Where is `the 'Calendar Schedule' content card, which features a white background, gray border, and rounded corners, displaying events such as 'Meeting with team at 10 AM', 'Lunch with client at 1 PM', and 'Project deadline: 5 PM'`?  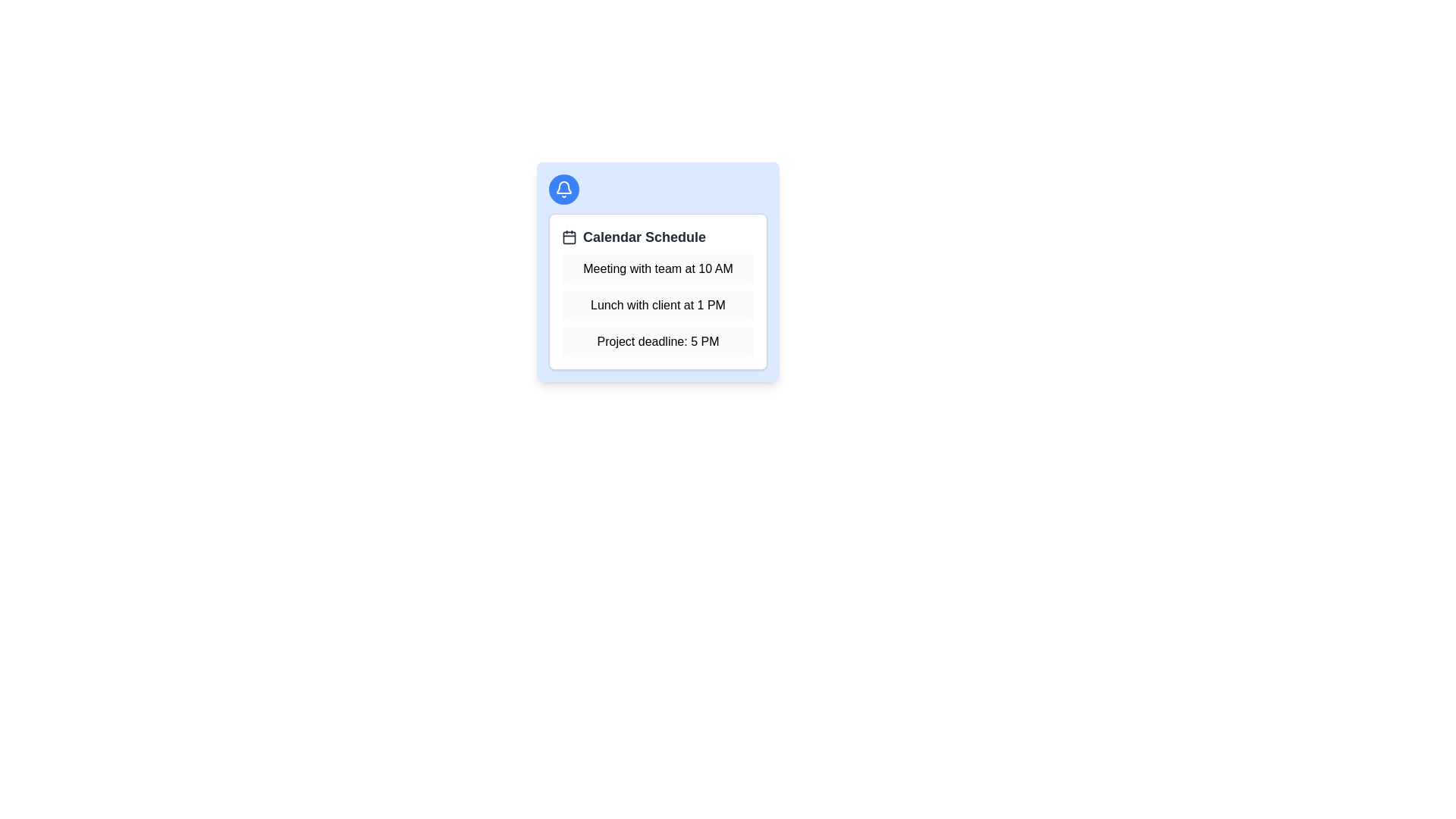 the 'Calendar Schedule' content card, which features a white background, gray border, and rounded corners, displaying events such as 'Meeting with team at 10 AM', 'Lunch with client at 1 PM', and 'Project deadline: 5 PM' is located at coordinates (658, 292).